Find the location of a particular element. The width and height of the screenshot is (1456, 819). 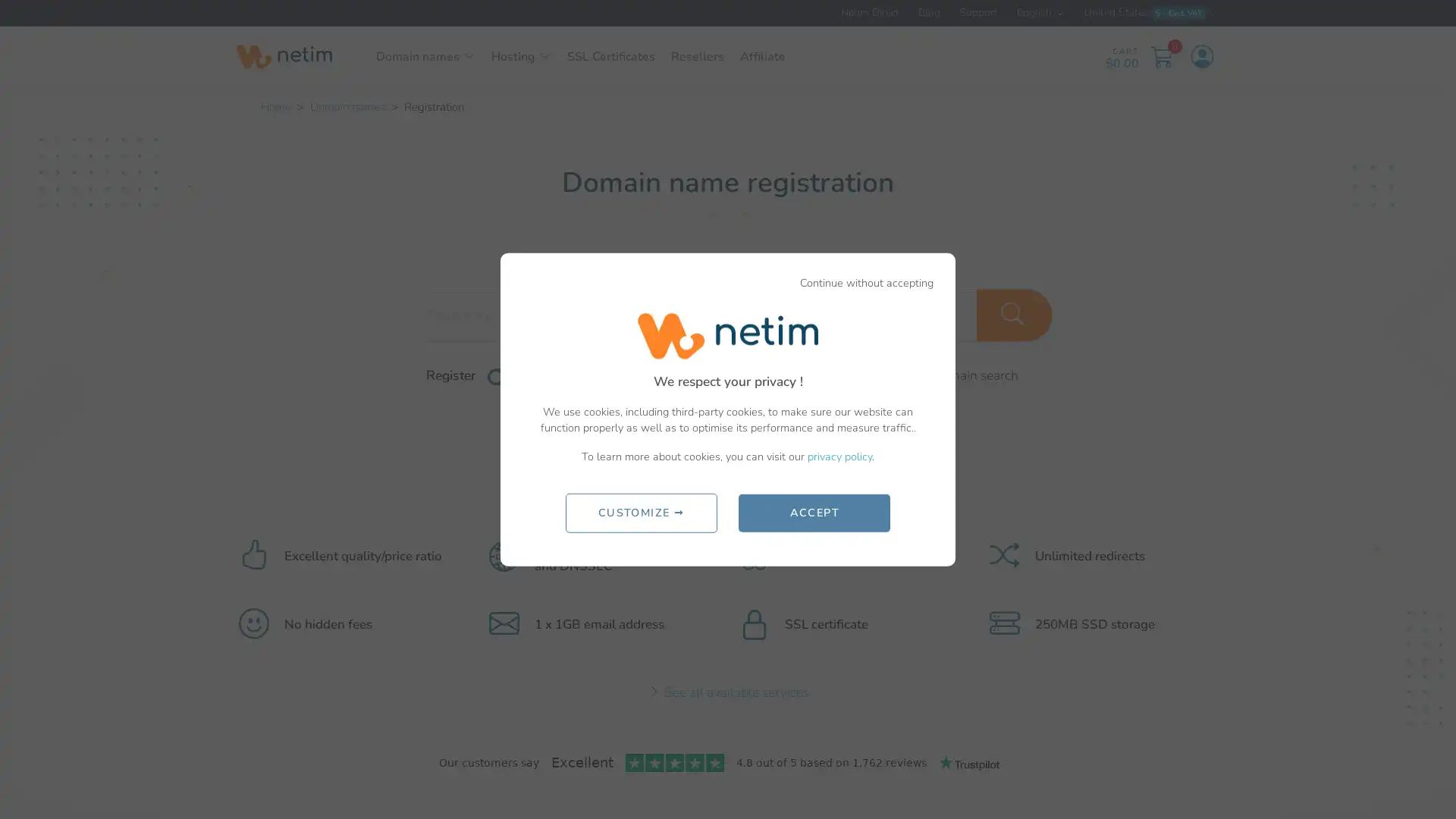

CUSTOMIZE is located at coordinates (640, 512).